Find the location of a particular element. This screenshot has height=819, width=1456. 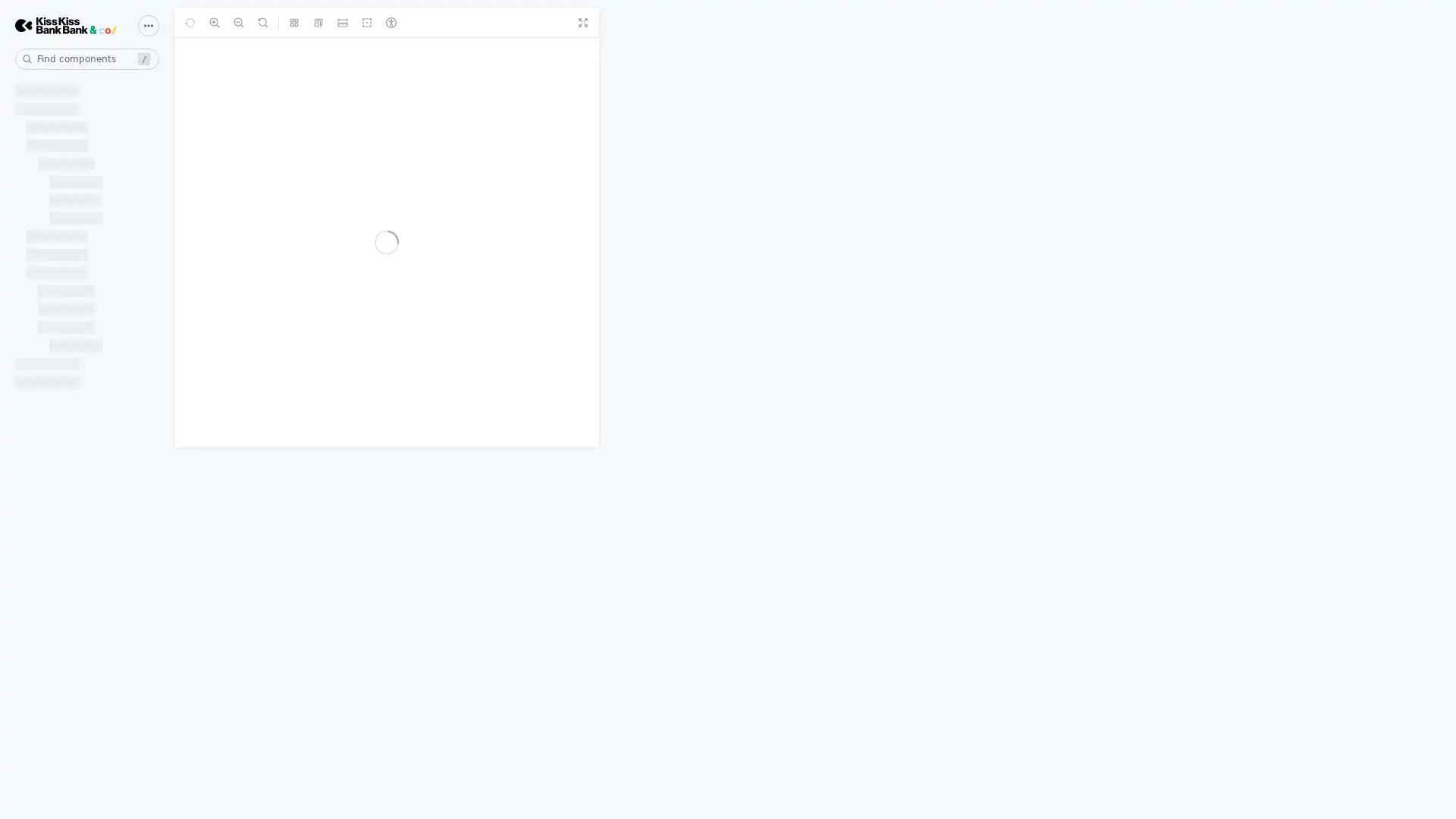

TYPOGRAPHY is located at coordinates (58, 776).